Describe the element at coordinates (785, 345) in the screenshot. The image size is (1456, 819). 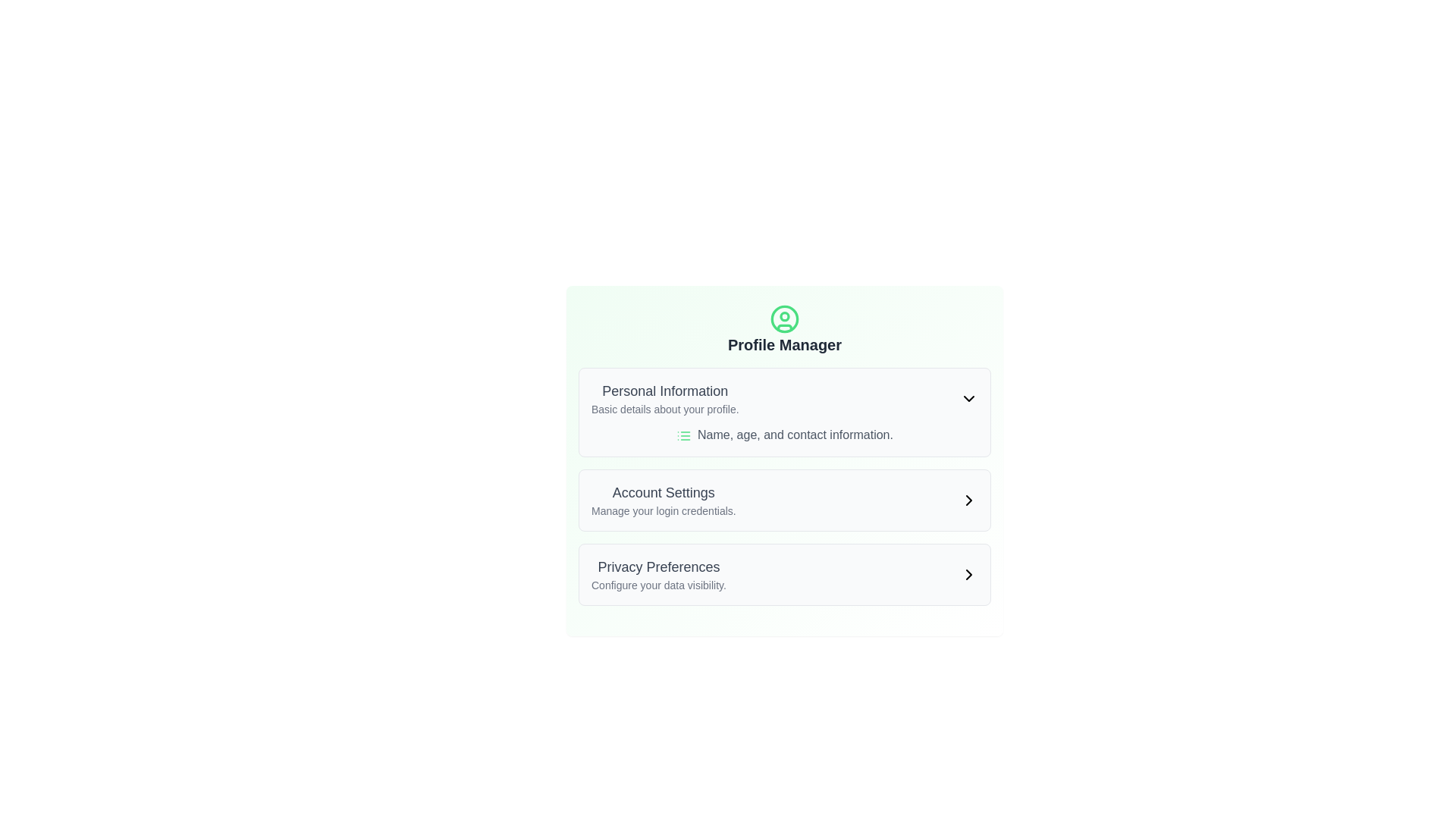
I see `the Text Label that serves as the header for the profile management interface, located below the green user icon graphic` at that location.